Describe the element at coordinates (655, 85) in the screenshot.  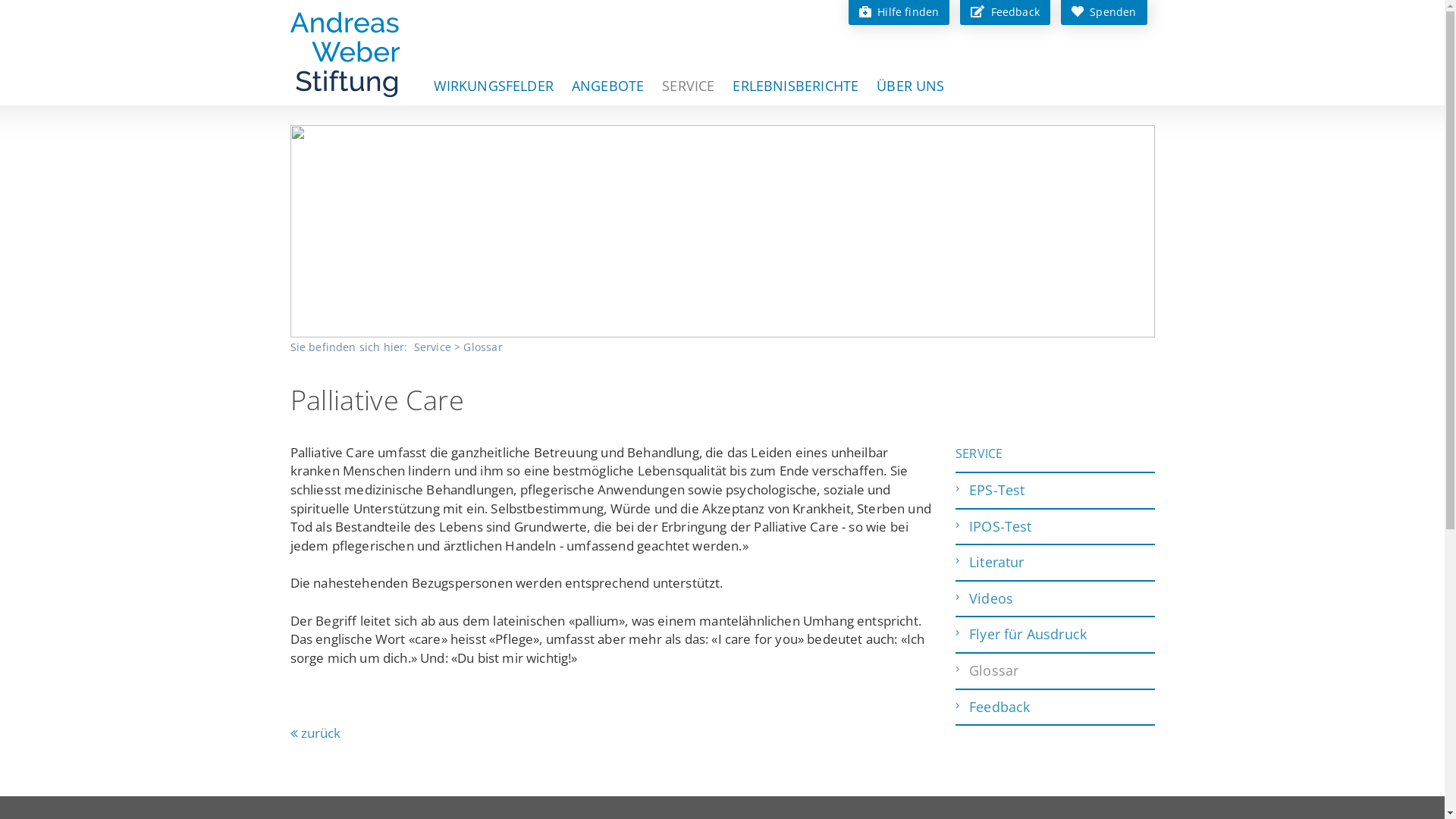
I see `'SERVICE'` at that location.